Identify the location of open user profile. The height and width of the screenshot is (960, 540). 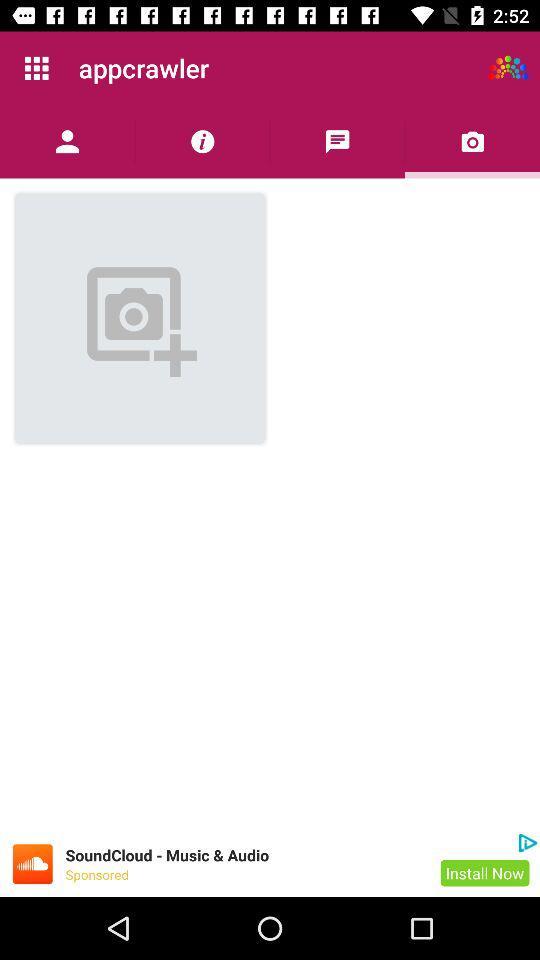
(67, 140).